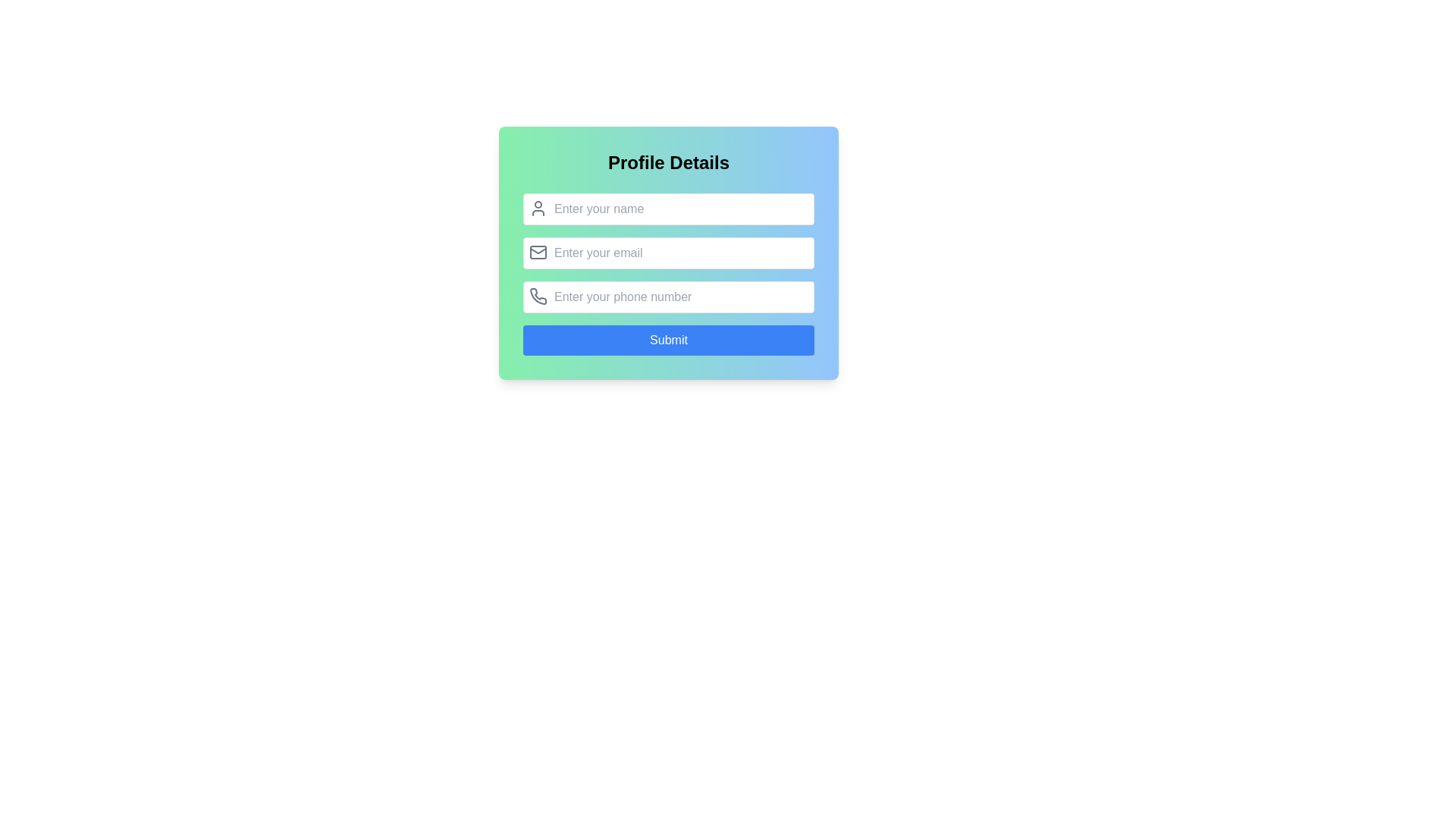  I want to click on the 'Submit' button, which is a rectangular button with rounded edges, a solid blue background, and white text, located at the bottom of the form interface, so click(668, 339).